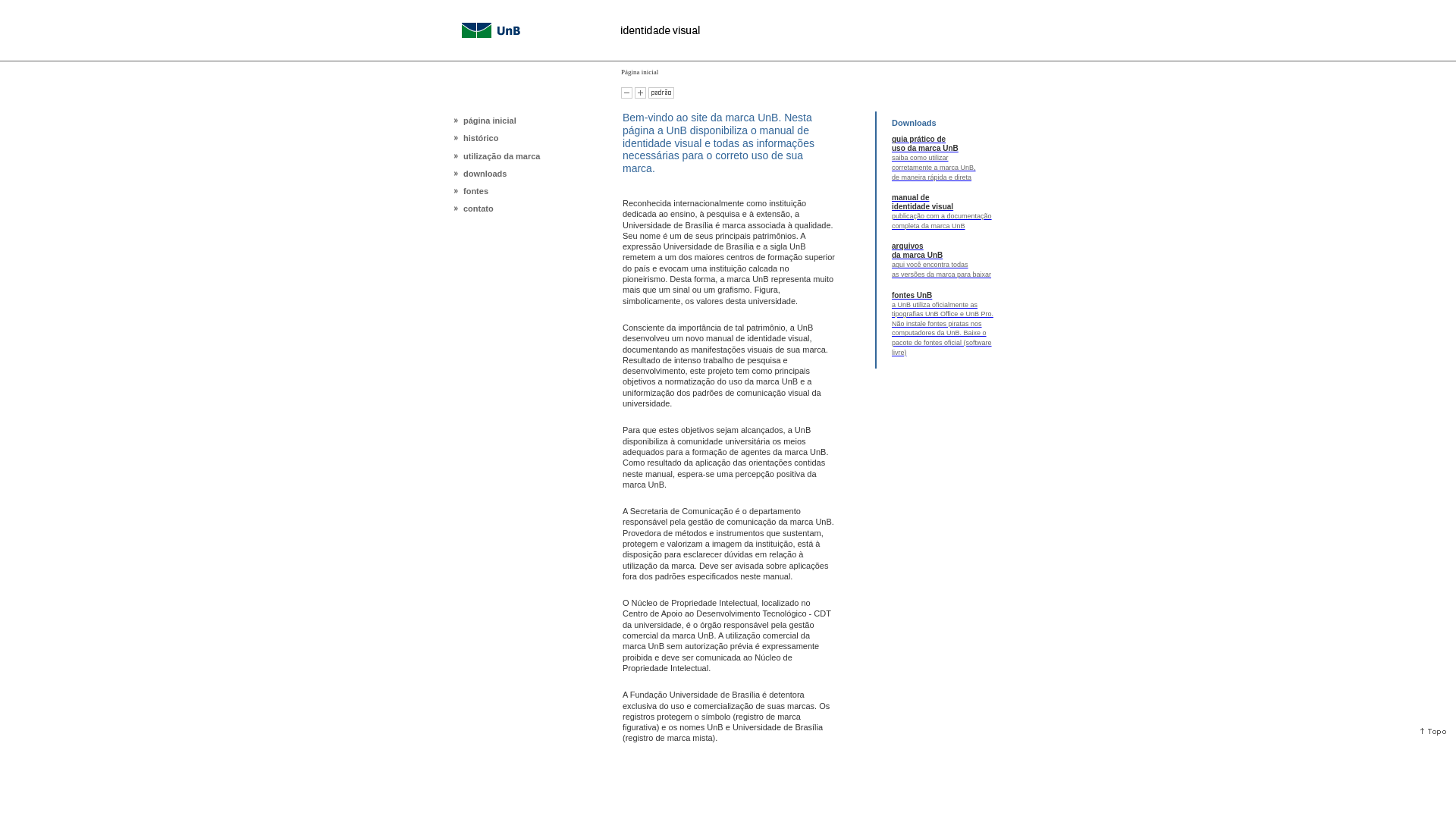 This screenshot has width=1456, height=819. What do you see at coordinates (626, 93) in the screenshot?
I see `'Diminuir o tamanho da letra'` at bounding box center [626, 93].